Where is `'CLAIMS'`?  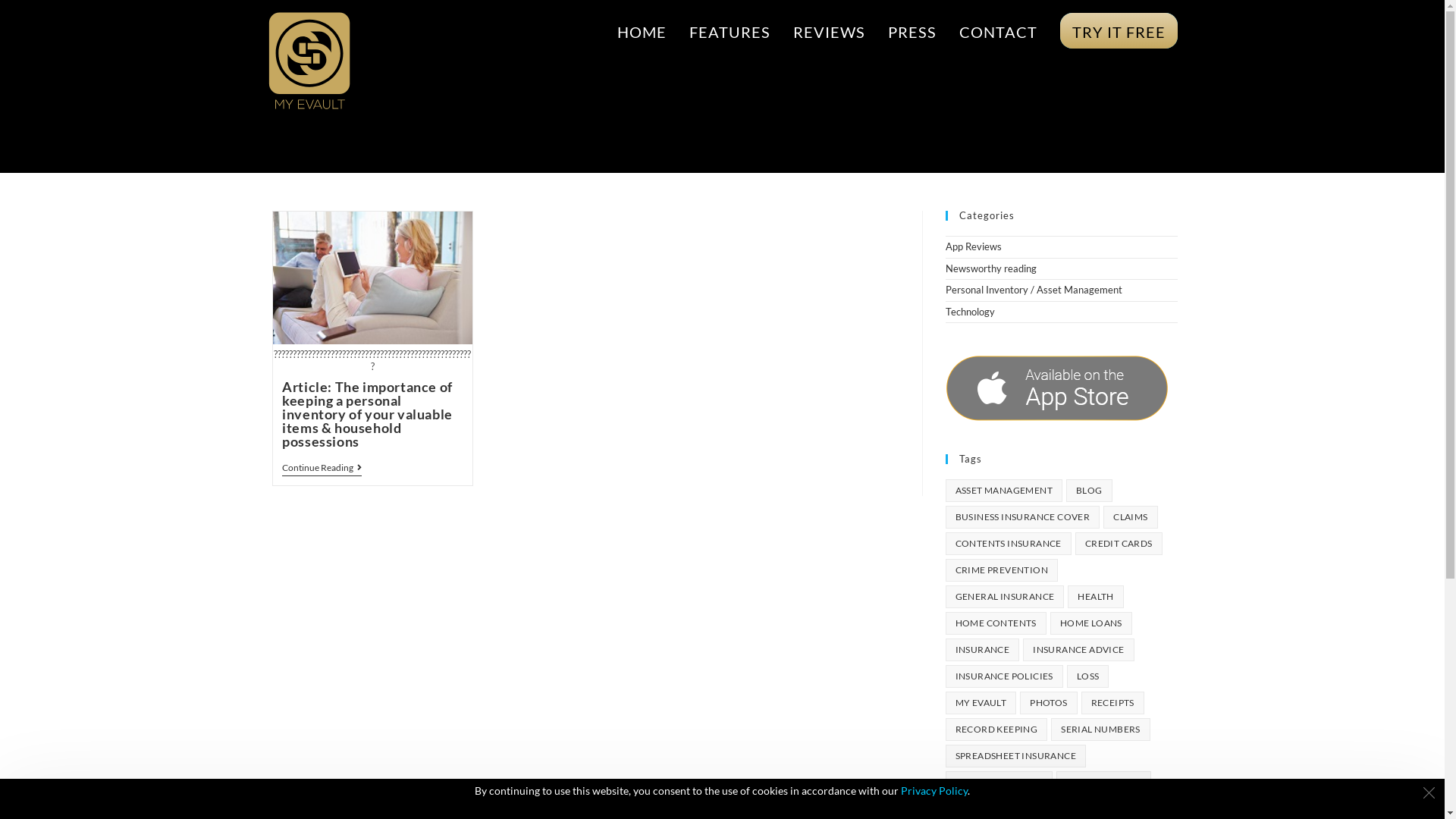
'CLAIMS' is located at coordinates (1103, 516).